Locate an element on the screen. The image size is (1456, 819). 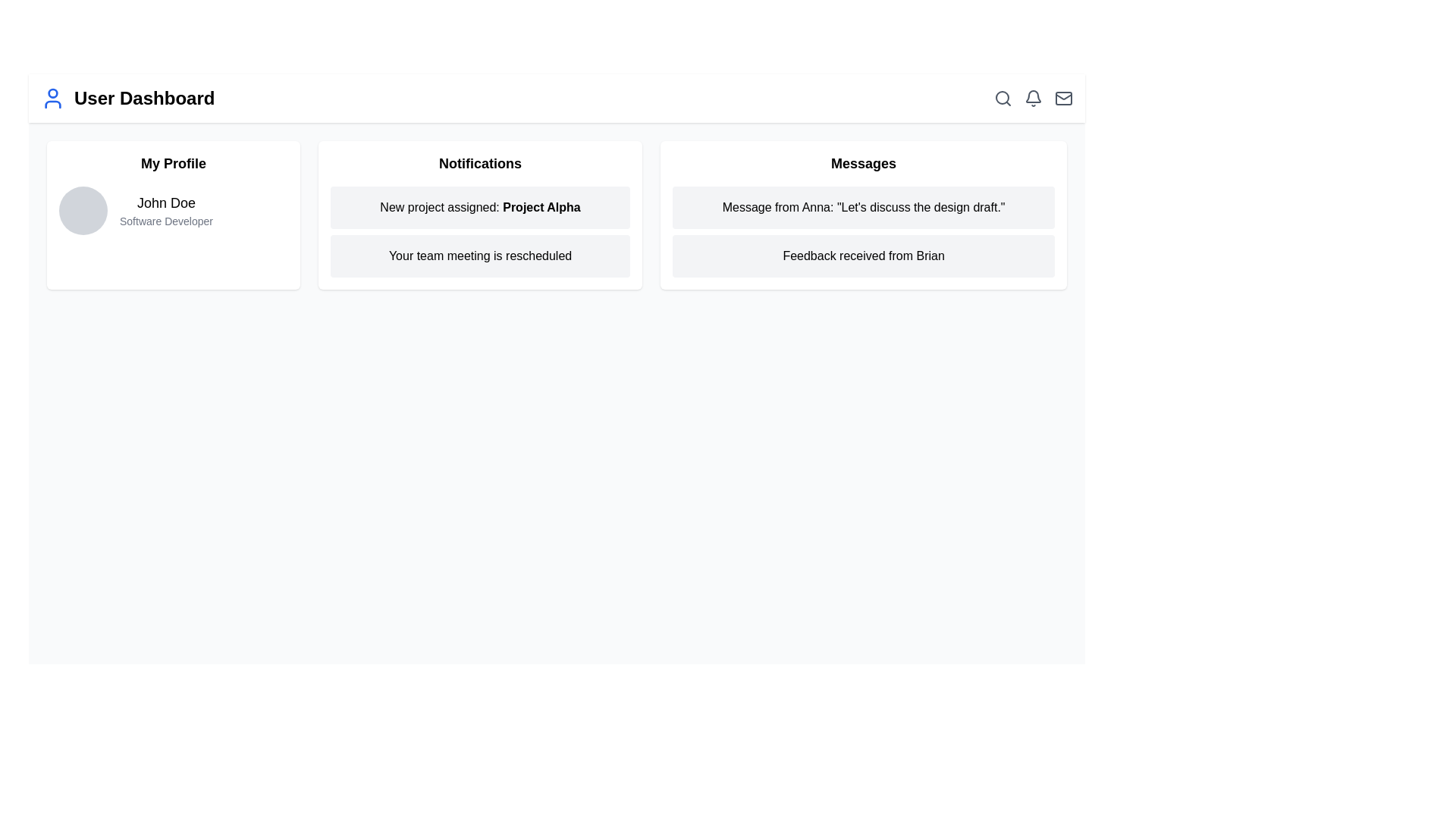
text label 'Project Alpha' which is prominently displayed in bold as part of the notification message in the 'Notifications' section of the dashboard is located at coordinates (541, 207).